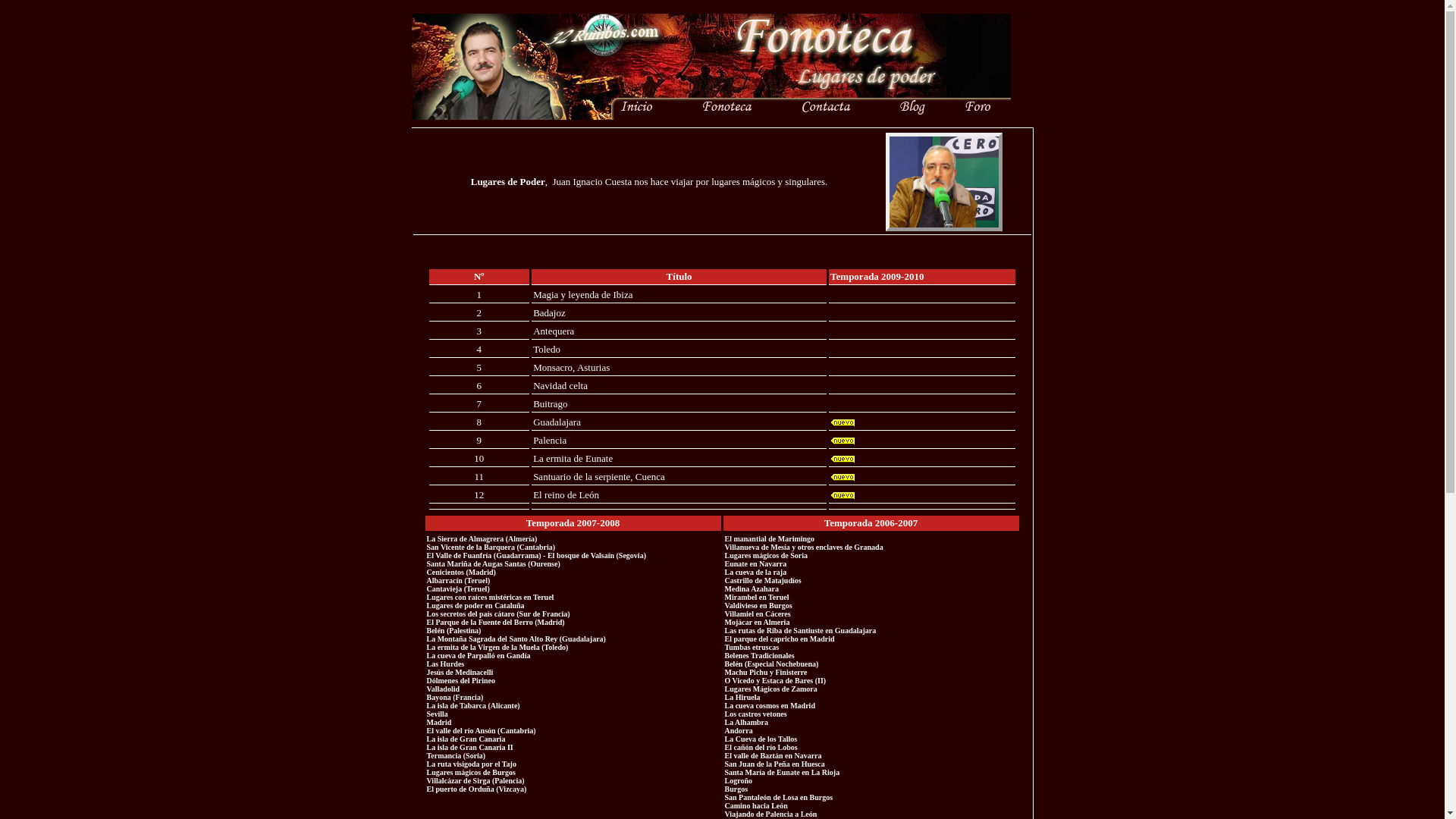  Describe the element at coordinates (723, 705) in the screenshot. I see `'La cueva cosmos en Madrid '` at that location.